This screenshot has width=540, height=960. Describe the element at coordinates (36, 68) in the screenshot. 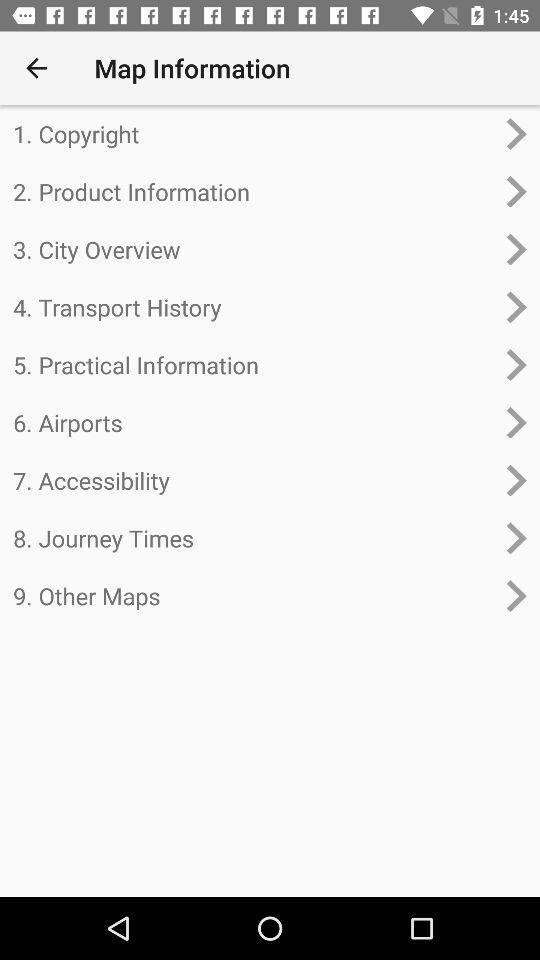

I see `item next to map information` at that location.